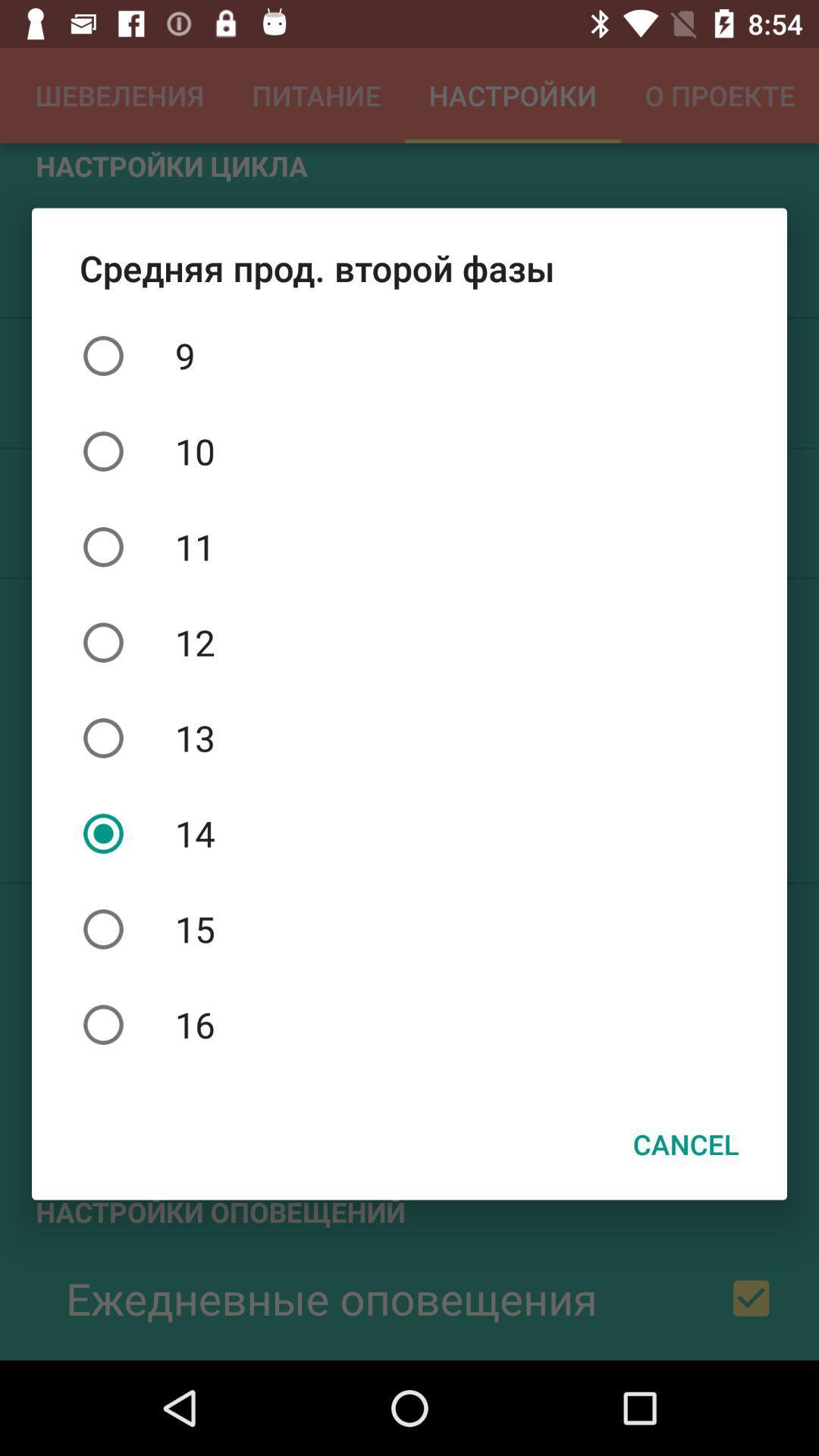  Describe the element at coordinates (686, 1144) in the screenshot. I see `cancel` at that location.